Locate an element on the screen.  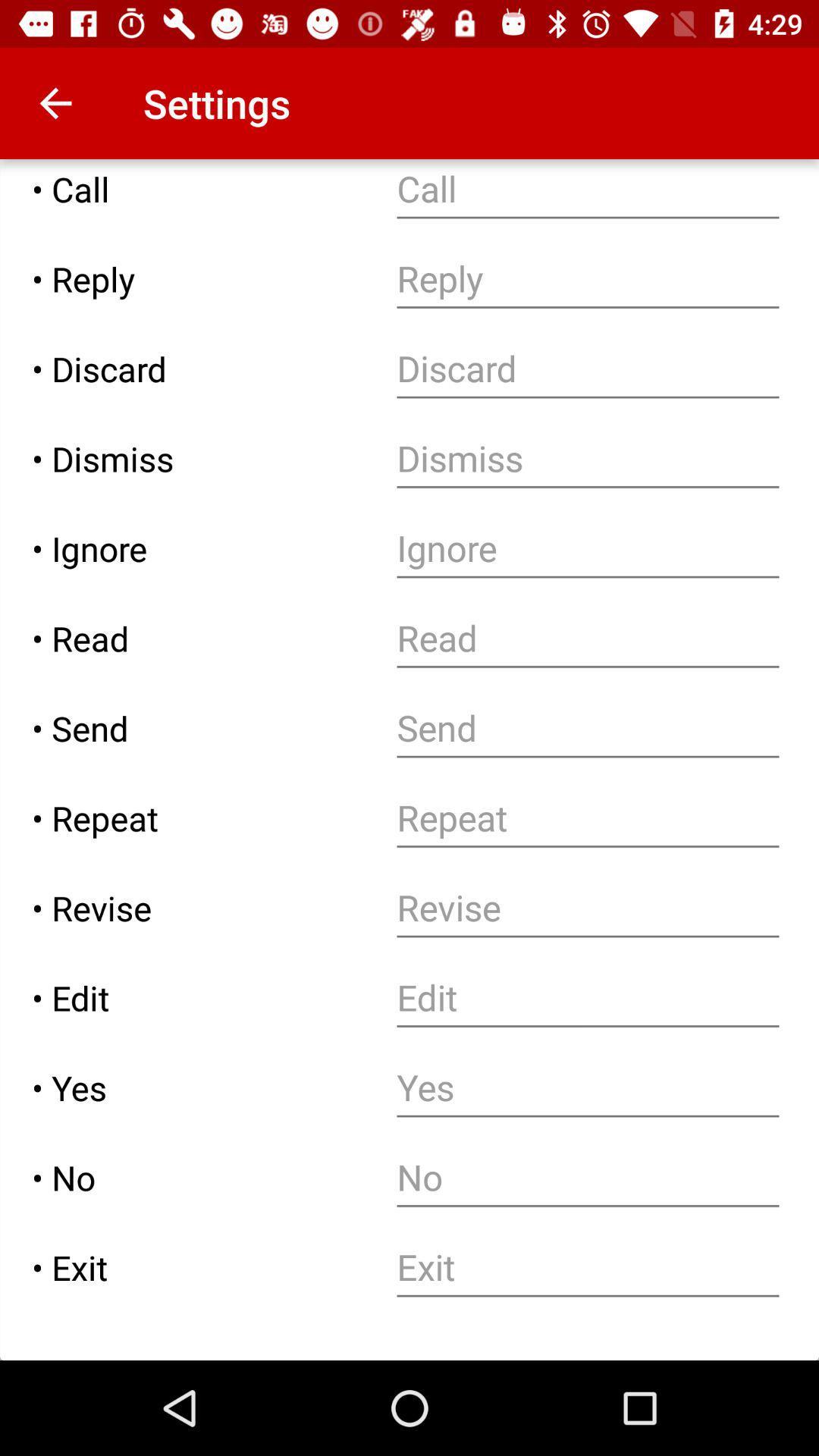
read settings is located at coordinates (587, 639).